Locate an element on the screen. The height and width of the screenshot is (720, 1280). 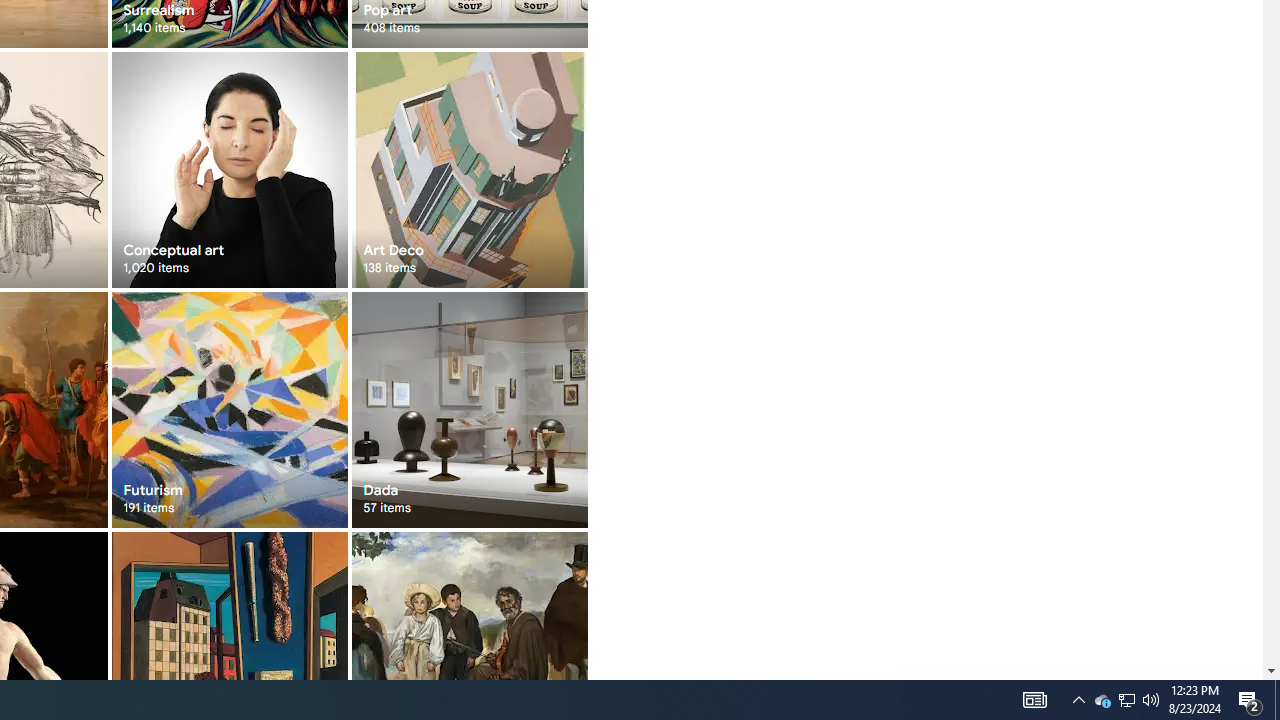
'Conceptual art 1,020 items' is located at coordinates (229, 168).